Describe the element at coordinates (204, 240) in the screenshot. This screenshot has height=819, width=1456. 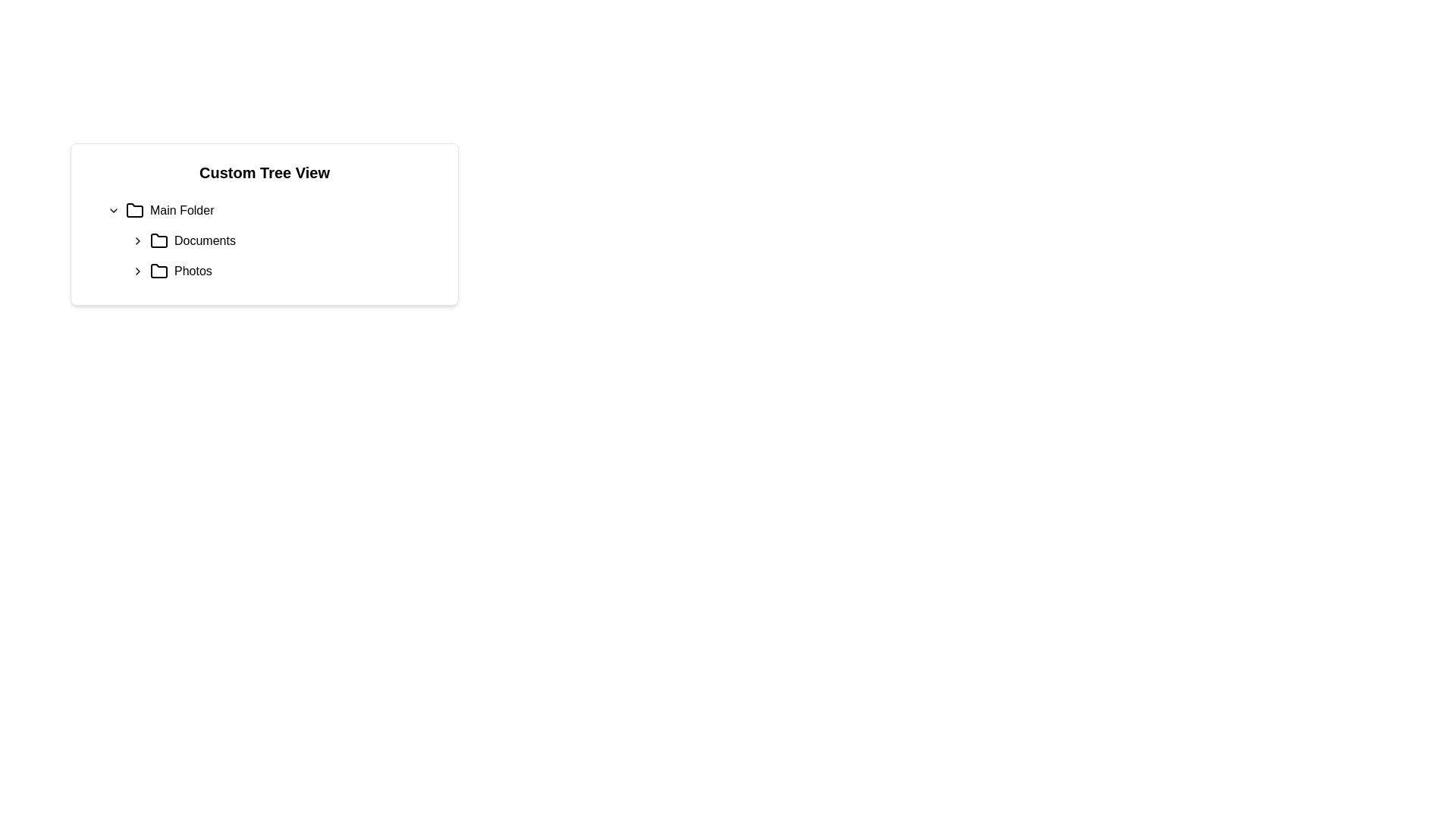
I see `the static text label for the folder named 'Documents' in the file navigation tree view, which is positioned between 'Main Folder' and 'Photos'` at that location.